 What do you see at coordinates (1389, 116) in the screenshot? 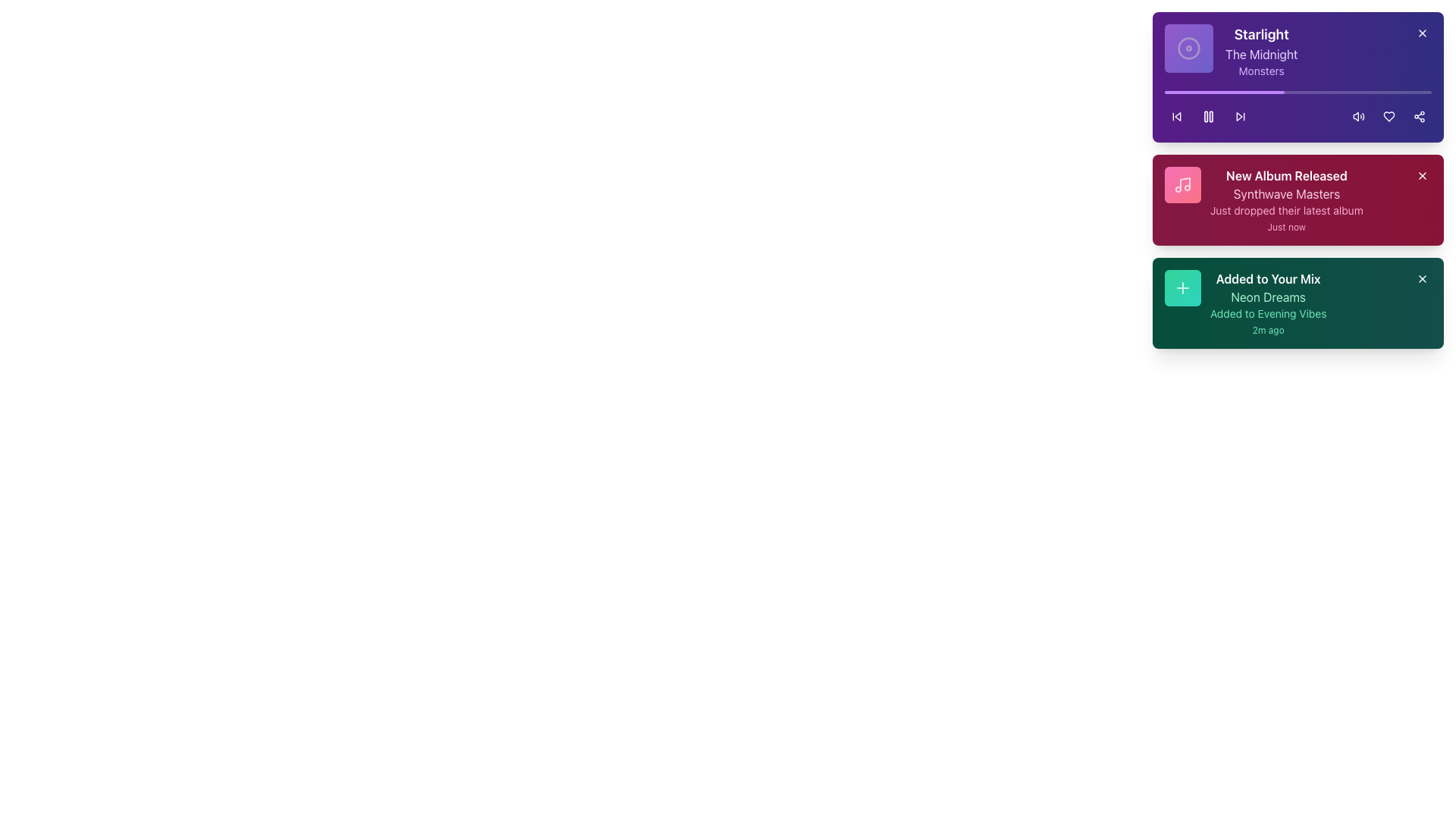
I see `the Interactive icon in the 'Starlight' card` at bounding box center [1389, 116].